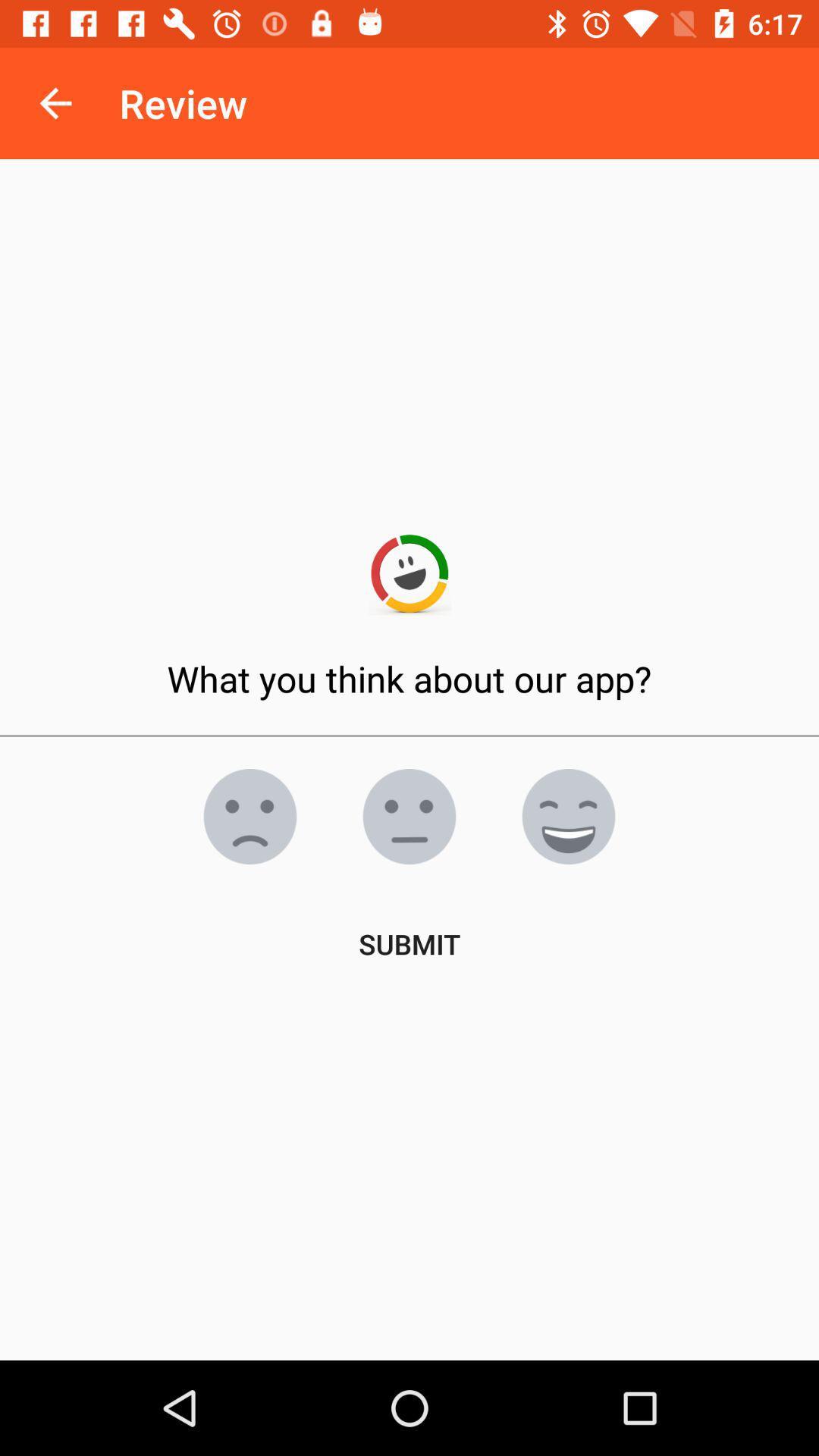 The width and height of the screenshot is (819, 1456). I want to click on neutral emoji, so click(409, 815).